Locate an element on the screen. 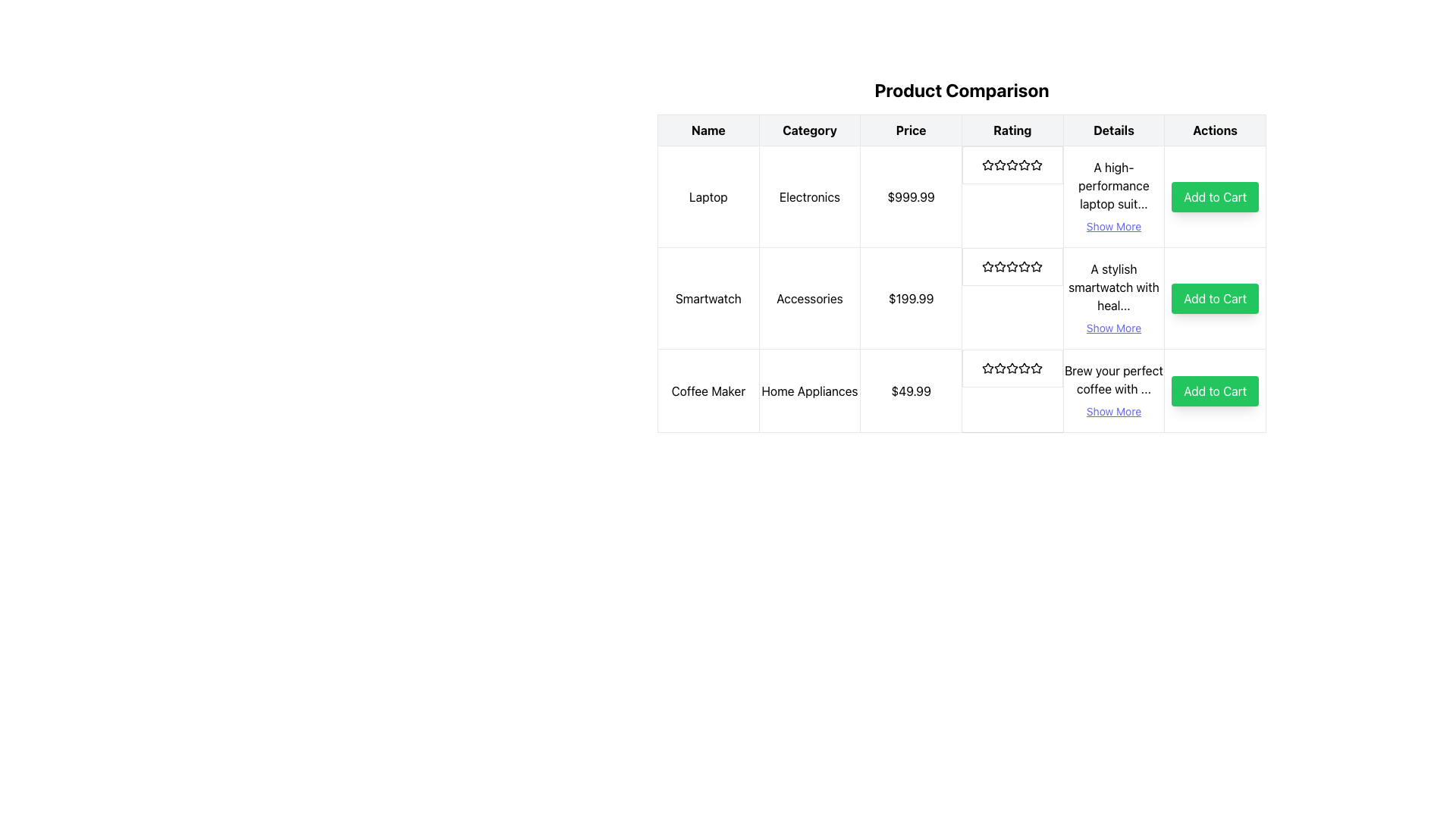 The image size is (1456, 819). the star rating display in the 'Rating' column of the second row labeled 'Smartwatch' in the 'Product Comparison' table is located at coordinates (961, 289).